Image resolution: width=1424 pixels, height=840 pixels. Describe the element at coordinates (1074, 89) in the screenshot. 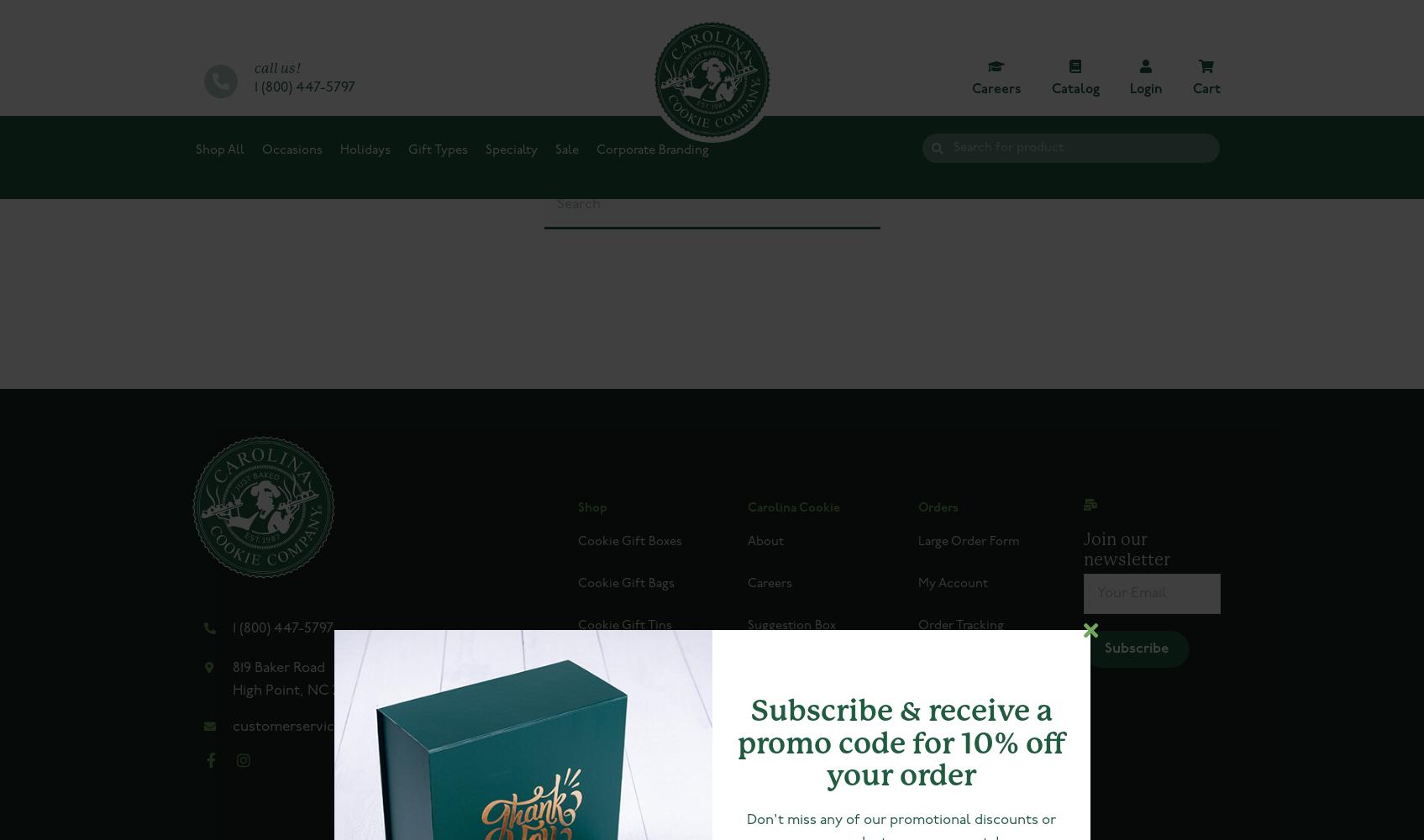

I see `'Catalog'` at that location.